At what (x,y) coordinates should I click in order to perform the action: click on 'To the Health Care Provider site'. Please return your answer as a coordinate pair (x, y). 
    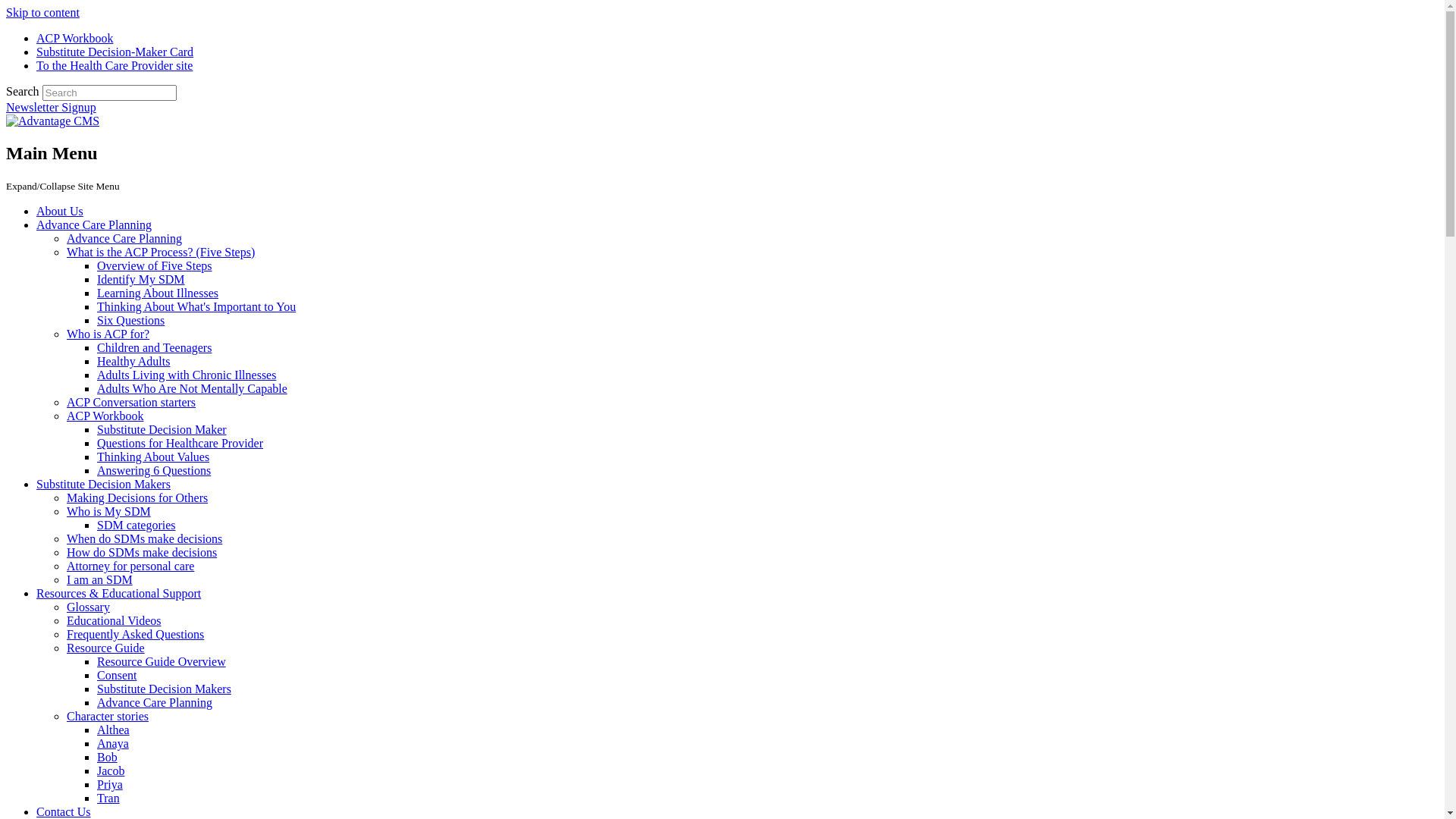
    Looking at the image, I should click on (36, 64).